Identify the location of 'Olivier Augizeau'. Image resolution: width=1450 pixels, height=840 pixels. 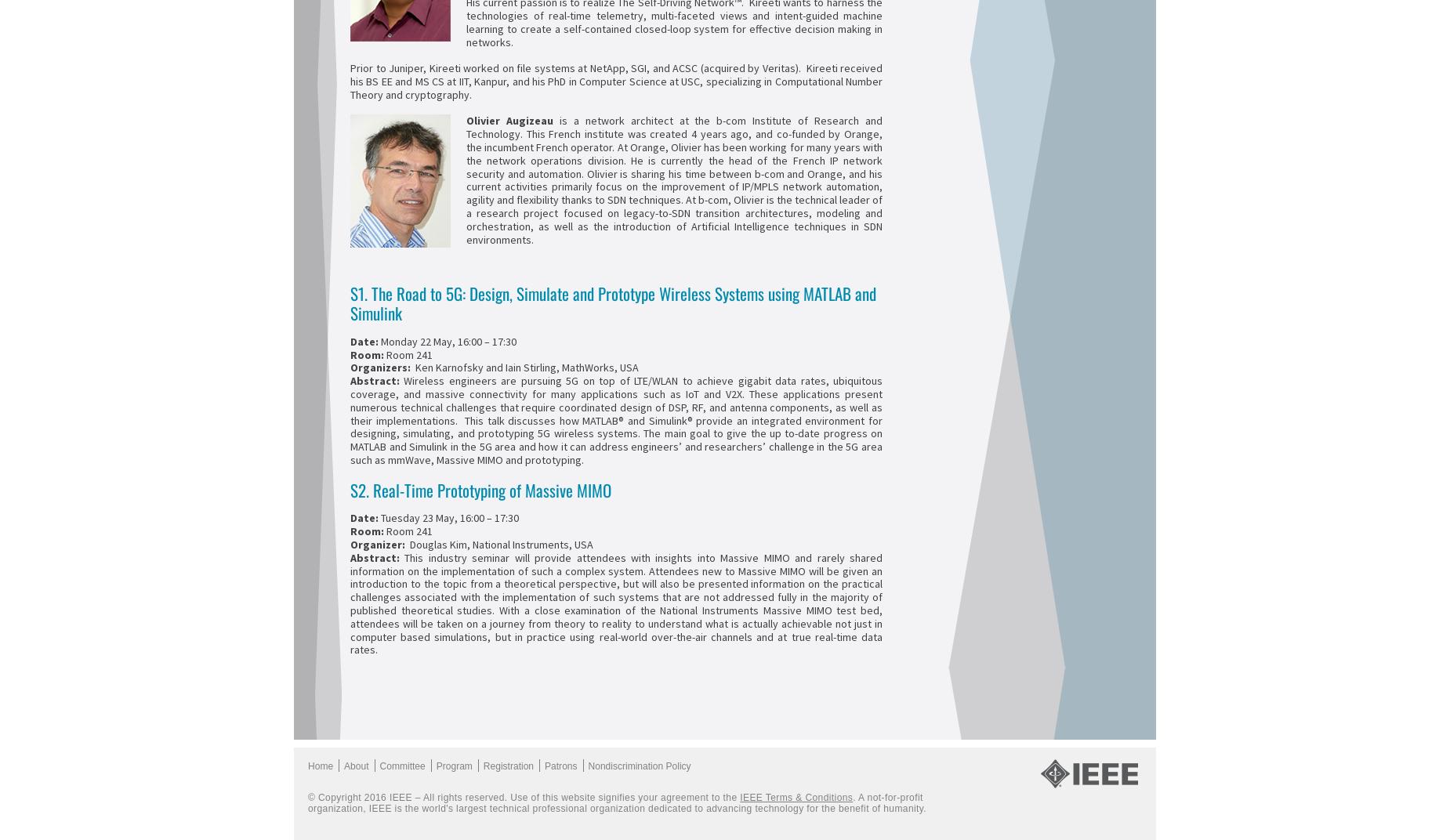
(512, 120).